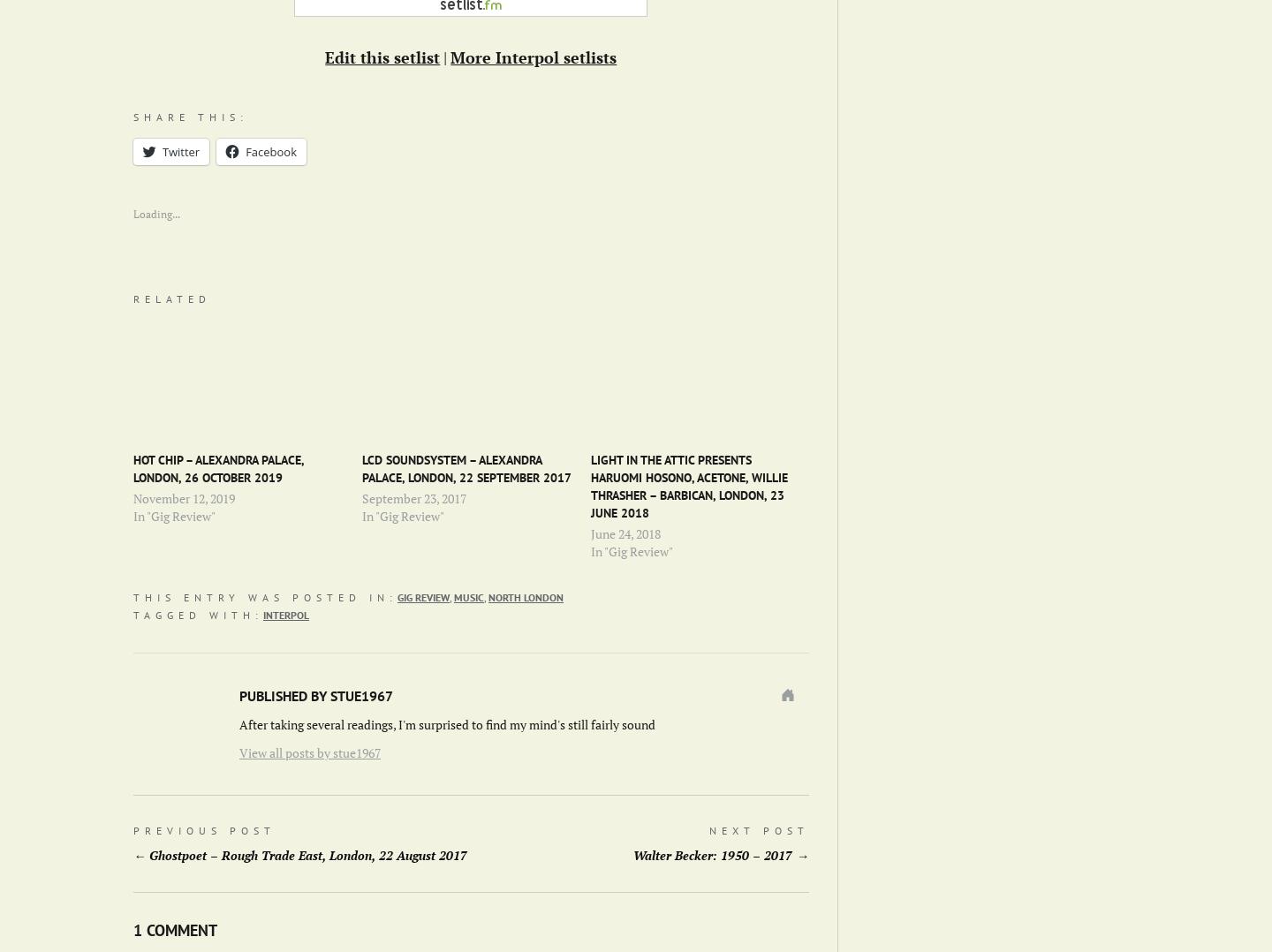 The image size is (1272, 952). I want to click on 'North London', so click(526, 596).